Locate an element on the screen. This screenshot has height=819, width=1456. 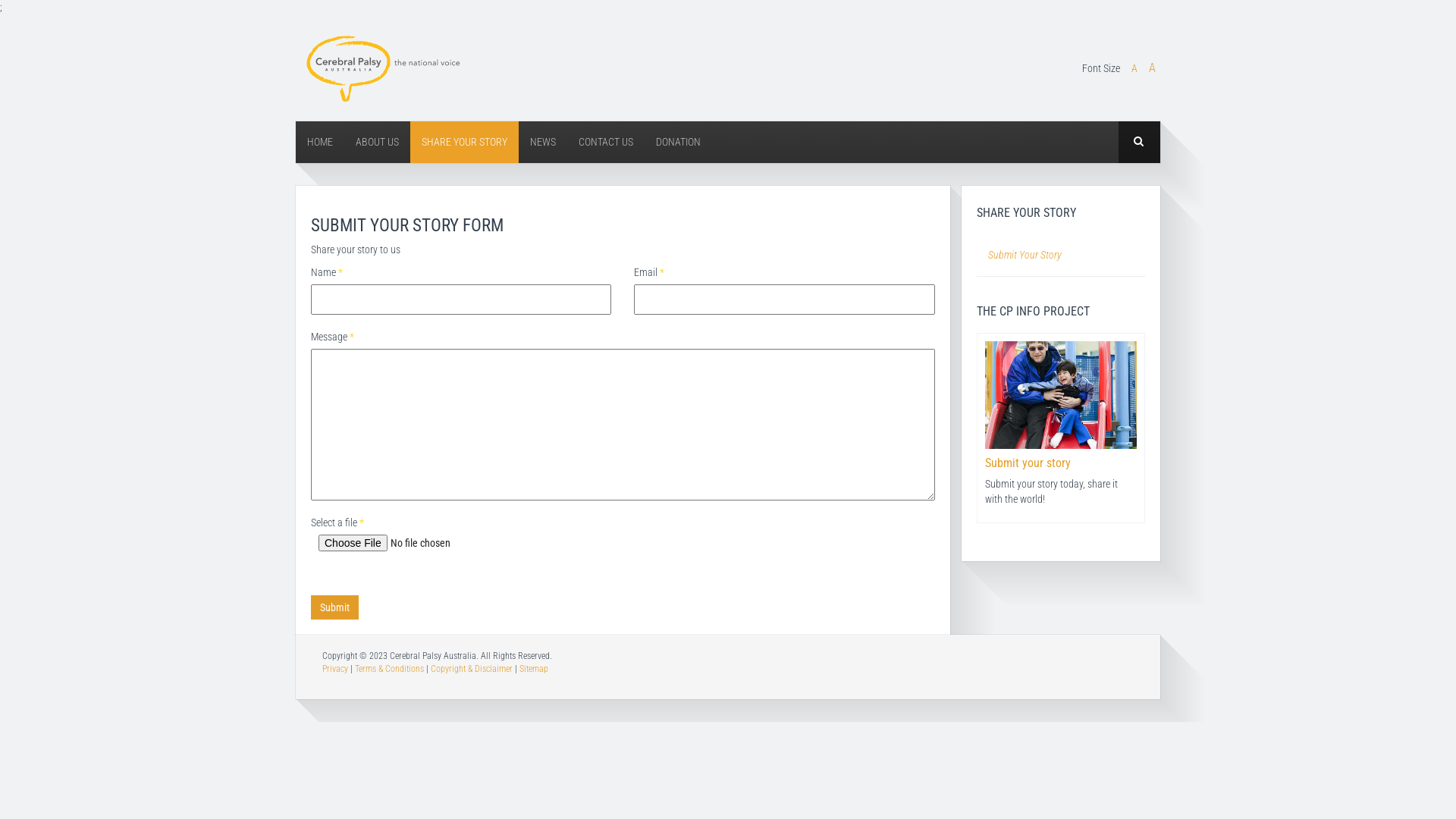
'Copyright & Disclaimer' is located at coordinates (471, 668).